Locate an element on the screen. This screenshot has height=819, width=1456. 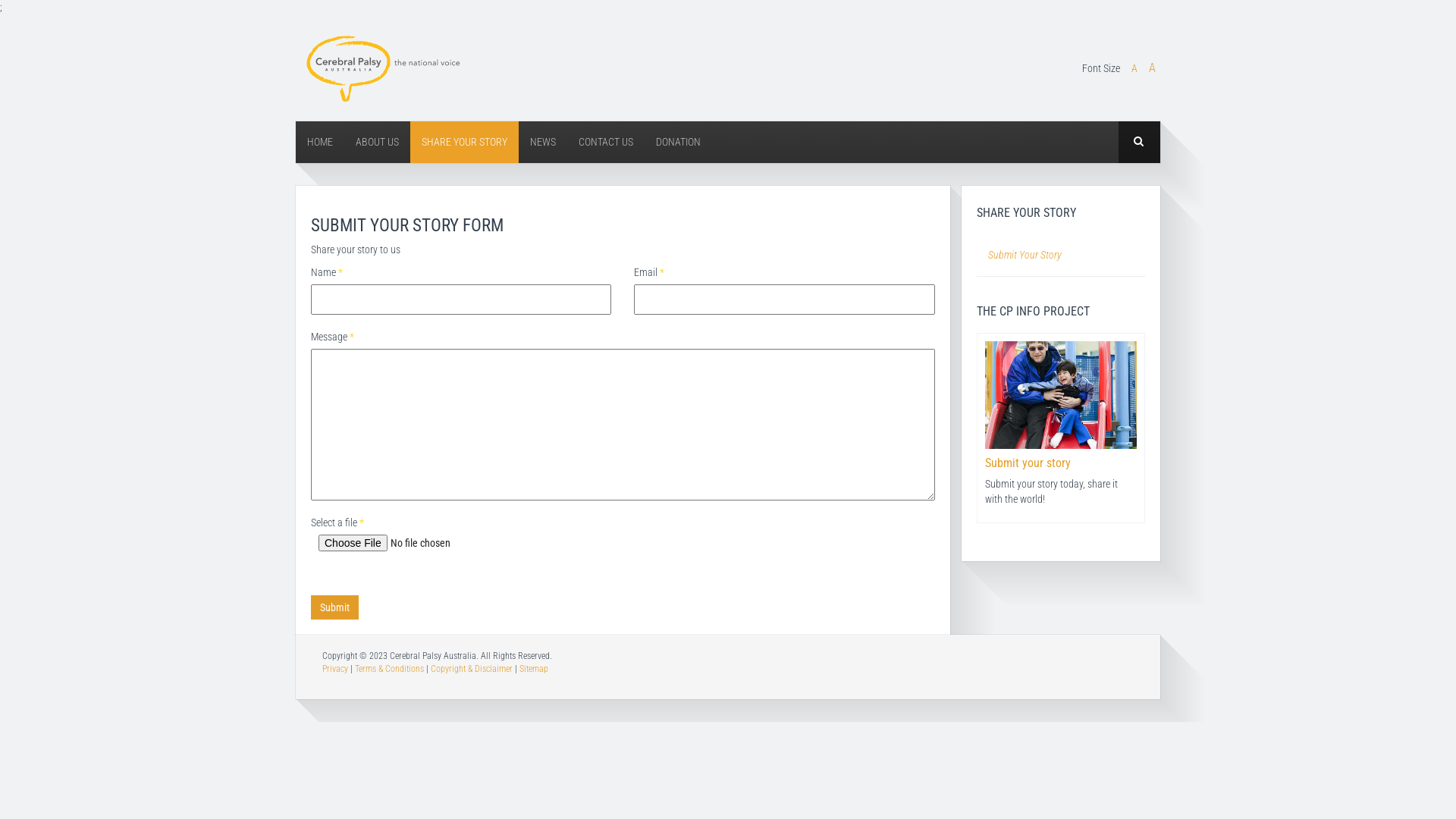
'Copyright & Disclaimer' is located at coordinates (471, 668).